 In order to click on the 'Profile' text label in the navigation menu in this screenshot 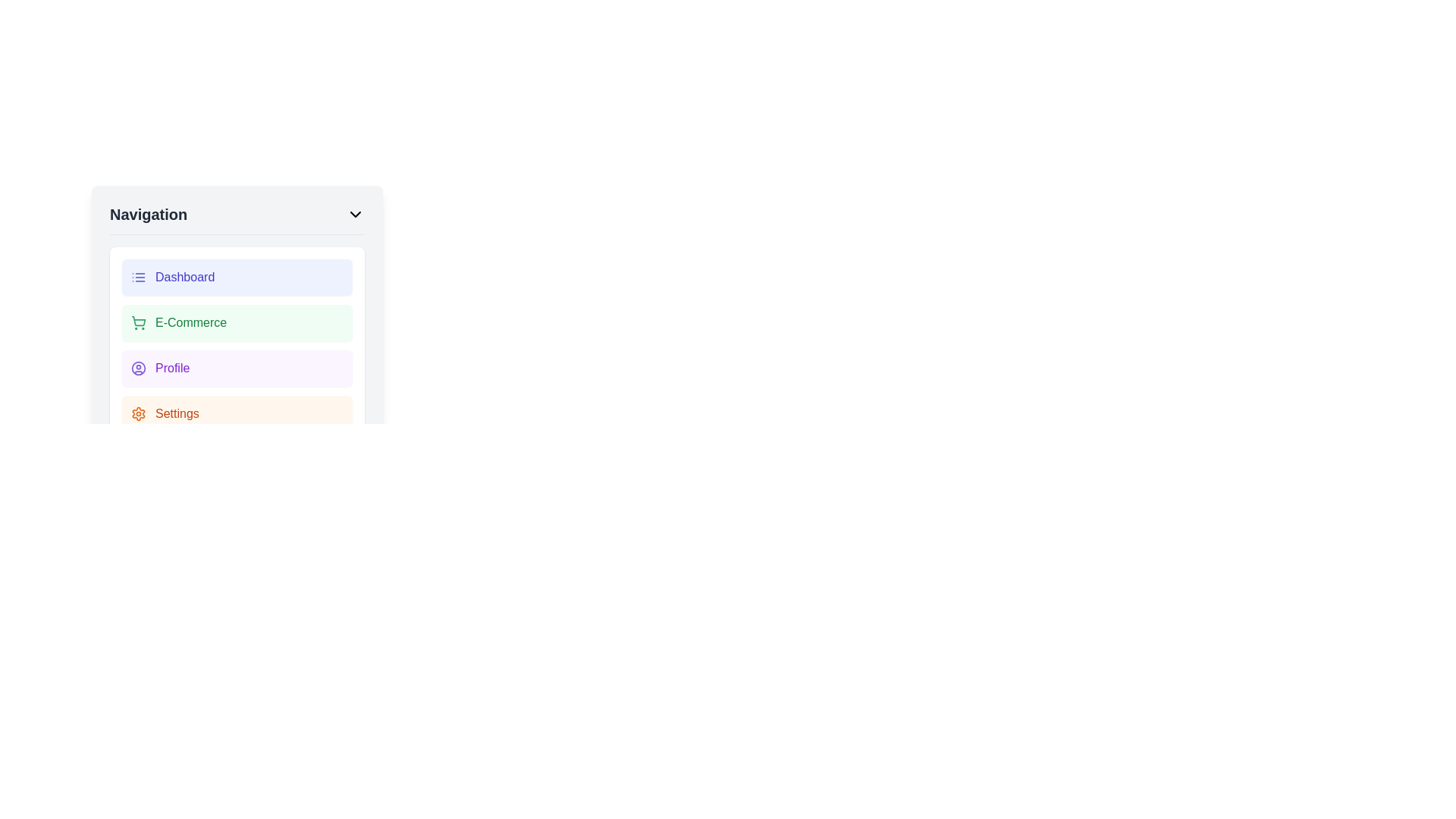, I will do `click(172, 369)`.